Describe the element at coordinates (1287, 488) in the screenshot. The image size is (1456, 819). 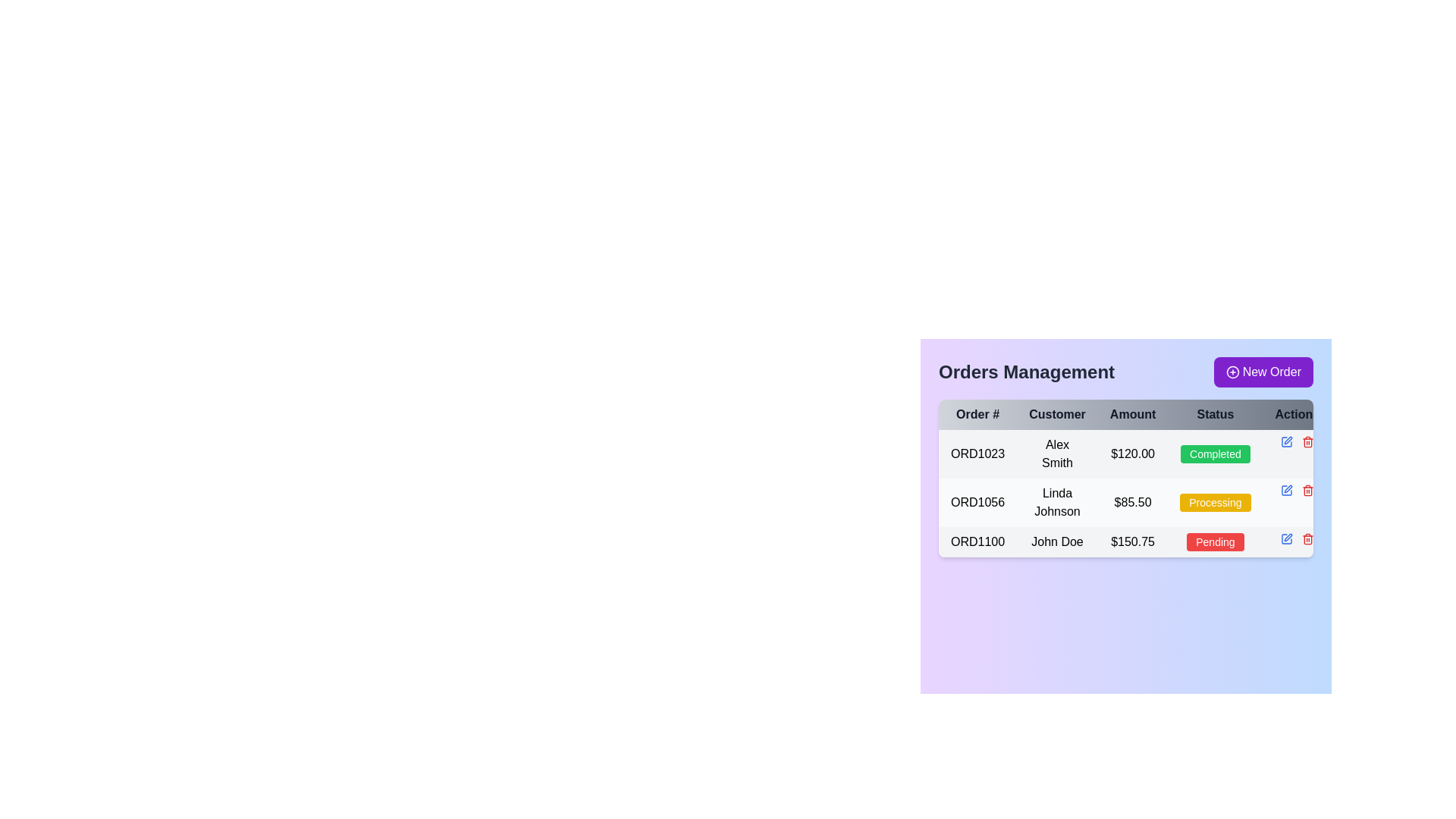
I see `the IconButton in the 'Action' column for 'Linda Johnson's order' to trigger the edit functionality` at that location.